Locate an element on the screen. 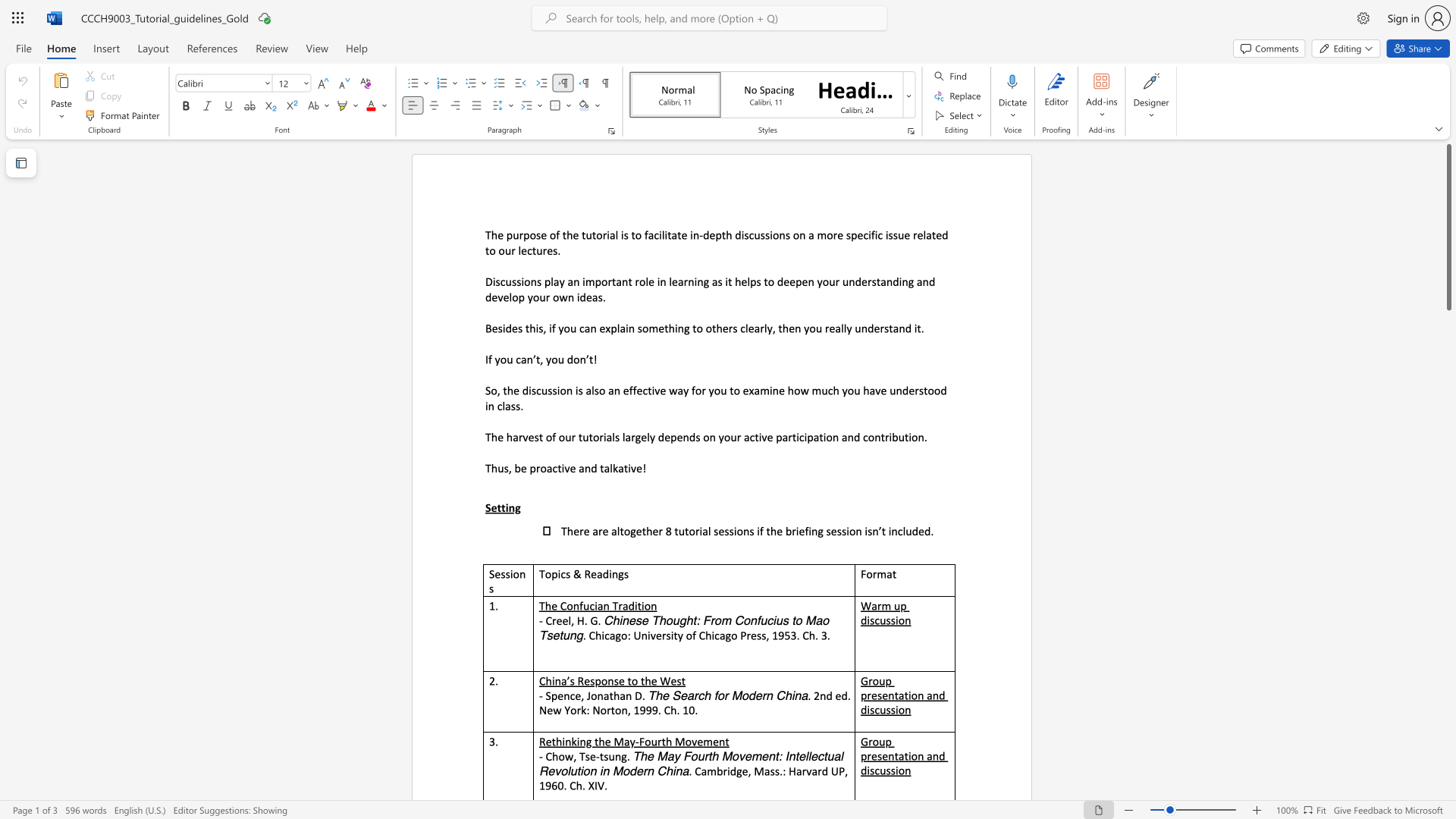 The width and height of the screenshot is (1456, 819). the scrollbar to scroll the page down is located at coordinates (1448, 598).